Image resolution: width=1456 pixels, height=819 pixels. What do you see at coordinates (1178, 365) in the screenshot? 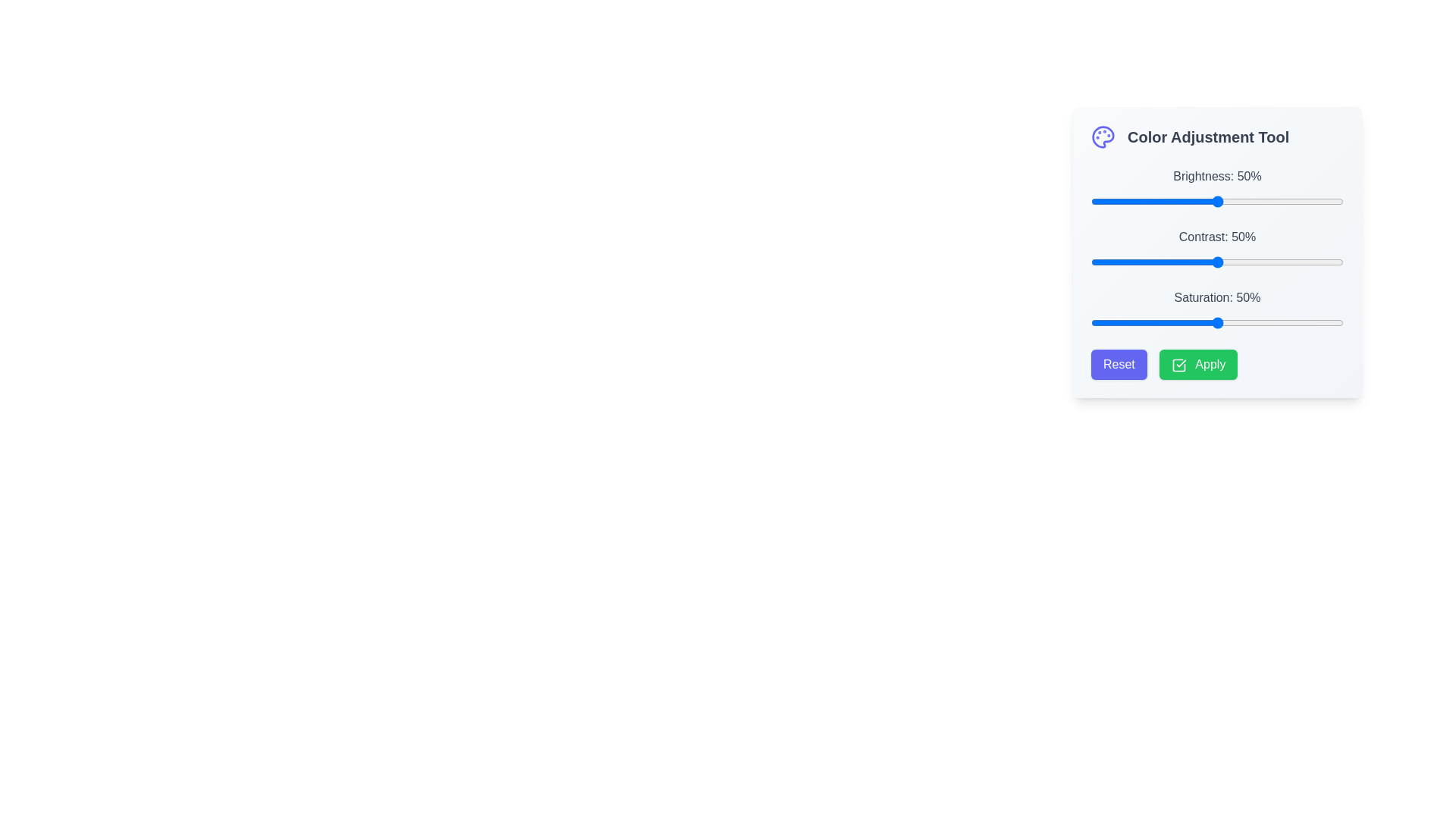
I see `the checkmark icon inside the green button next to the 'Apply' text` at bounding box center [1178, 365].